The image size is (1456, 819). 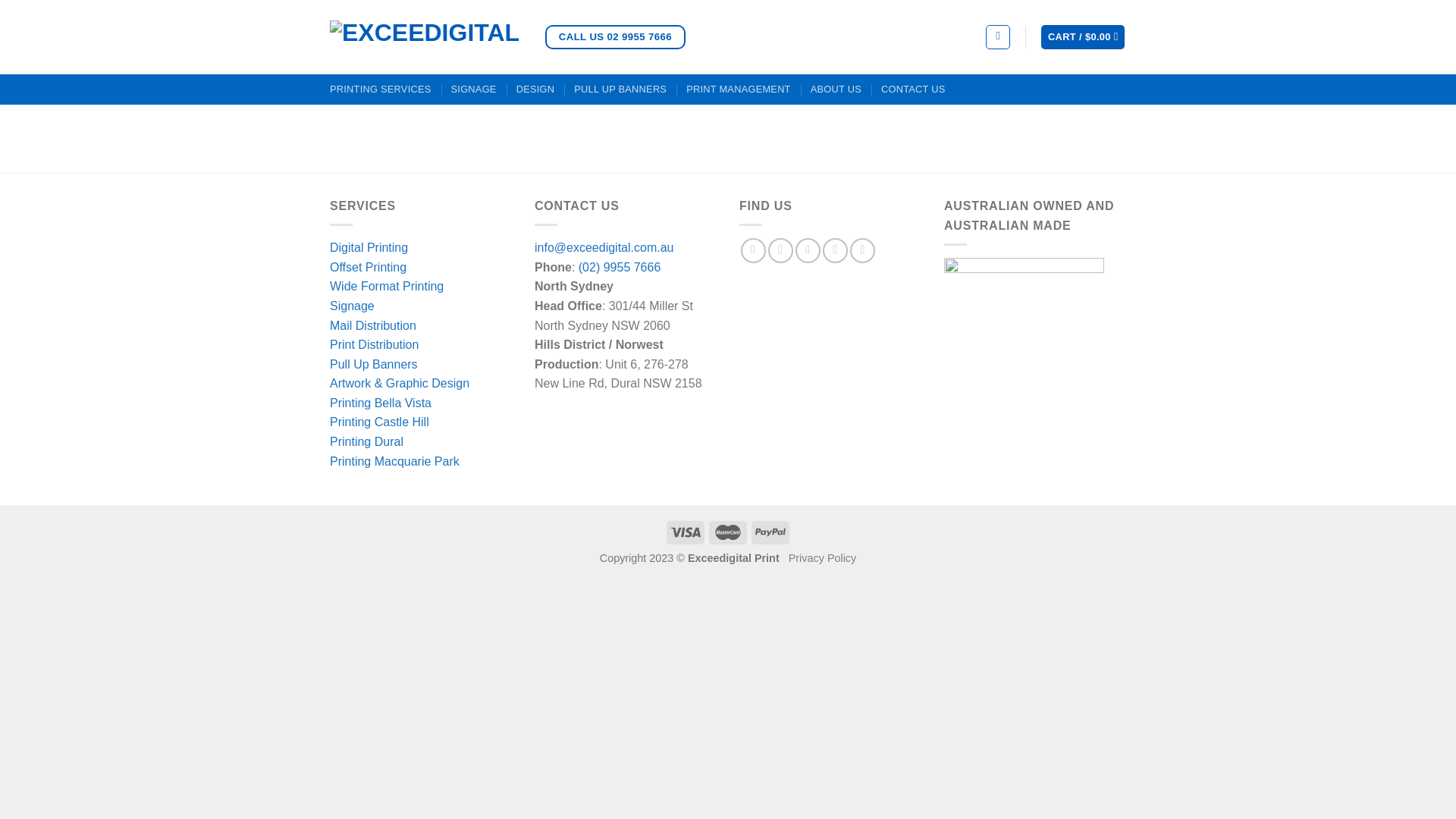 What do you see at coordinates (425, 36) in the screenshot?
I see `'Exceedigital - Printing Shop in North Sydney'` at bounding box center [425, 36].